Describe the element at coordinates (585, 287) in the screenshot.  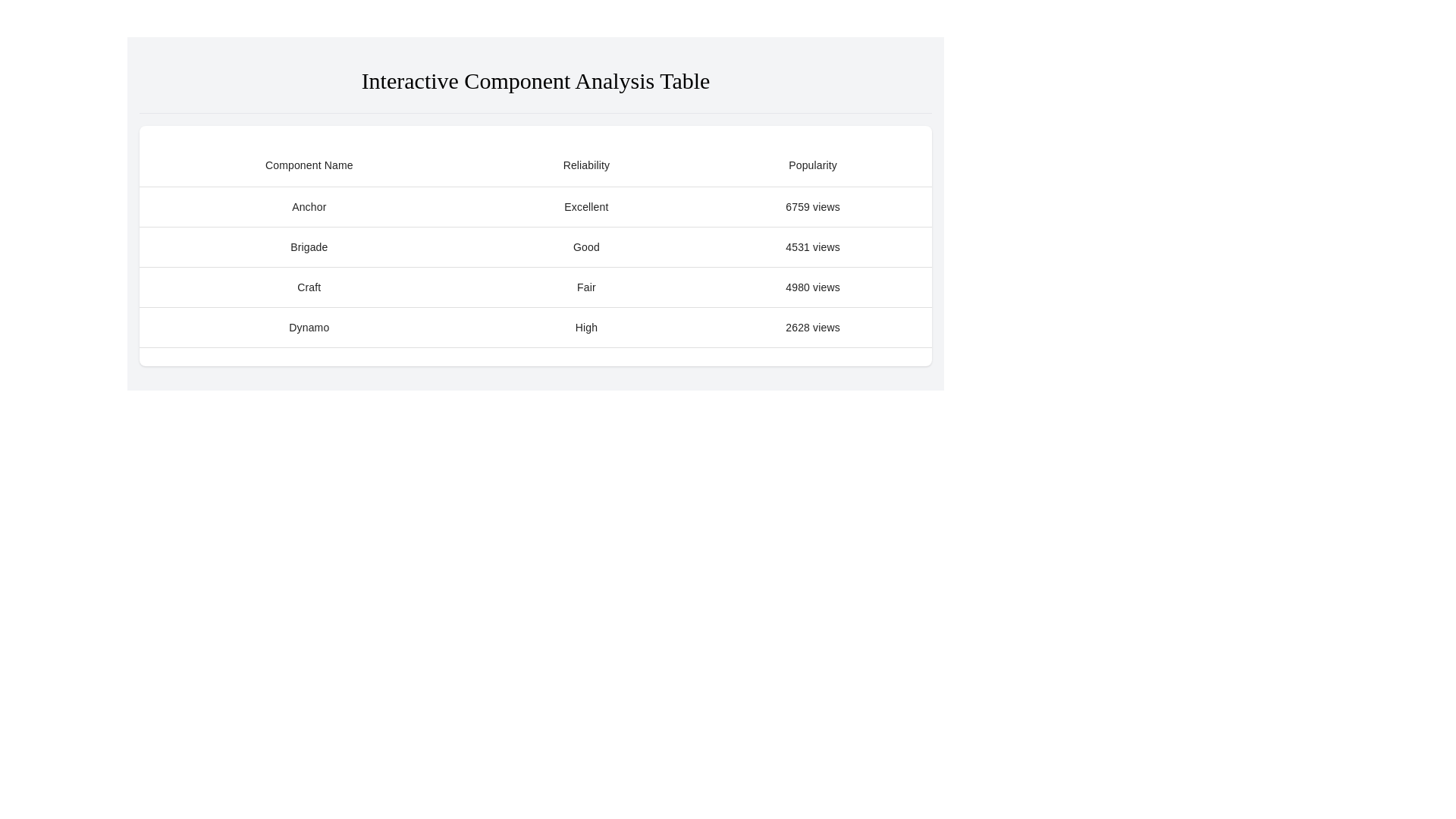
I see `the table cell containing the text 'Fair', which is centrally aligned in the second column of the row labeled 'Craft 4980 views'` at that location.